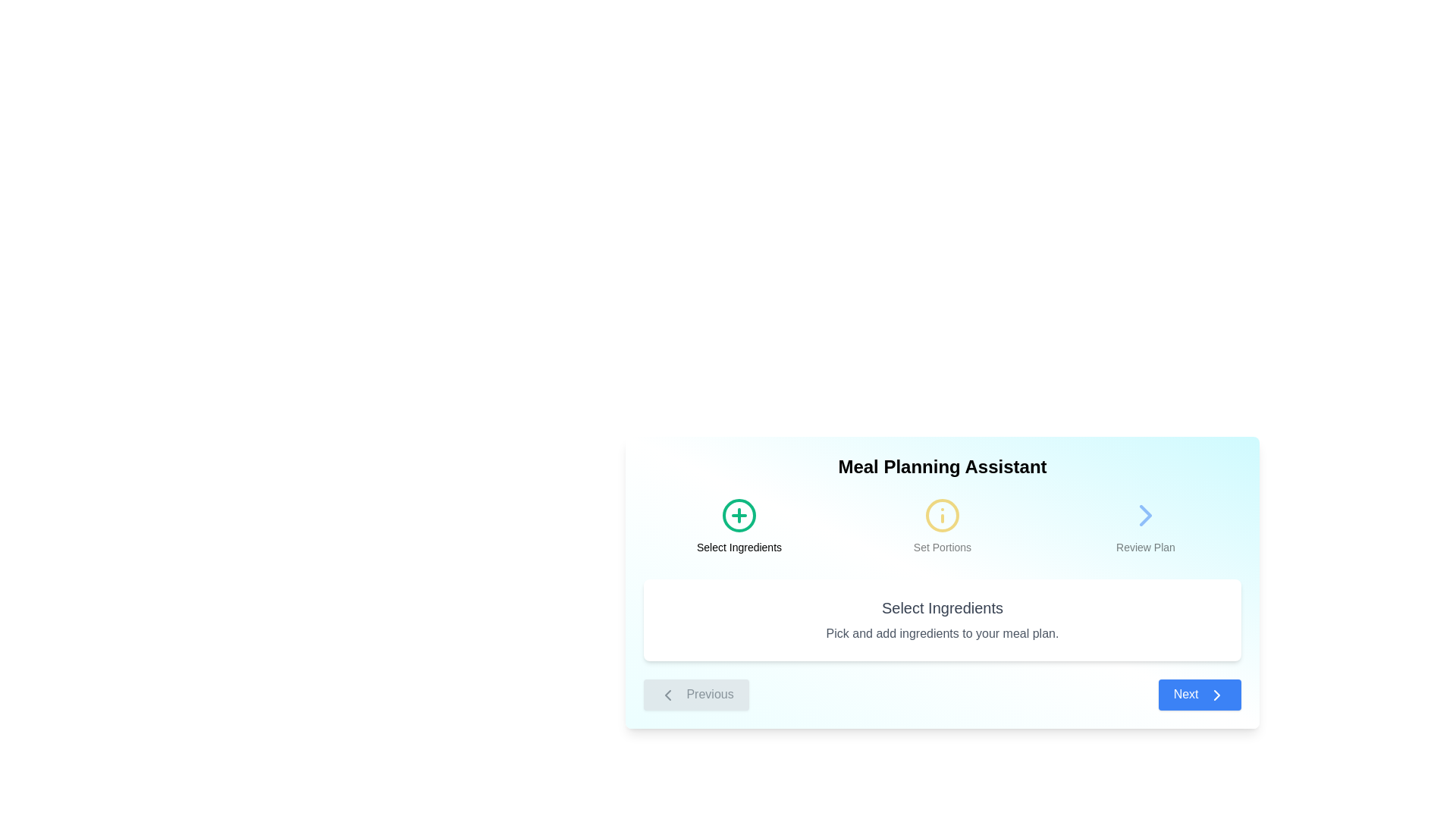 The width and height of the screenshot is (1456, 819). Describe the element at coordinates (942, 526) in the screenshot. I see `the middle icon with the associated text label` at that location.